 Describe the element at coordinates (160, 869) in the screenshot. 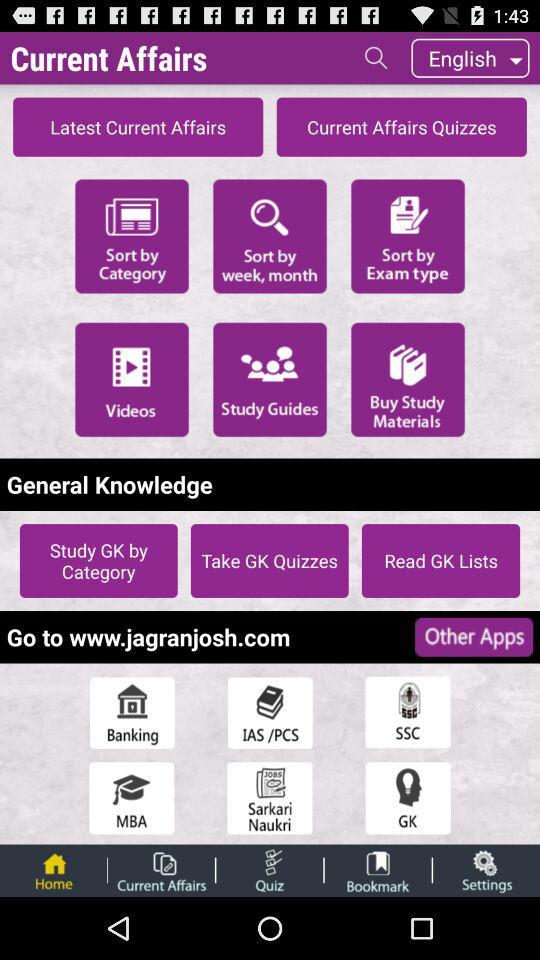

I see `current affair news` at that location.